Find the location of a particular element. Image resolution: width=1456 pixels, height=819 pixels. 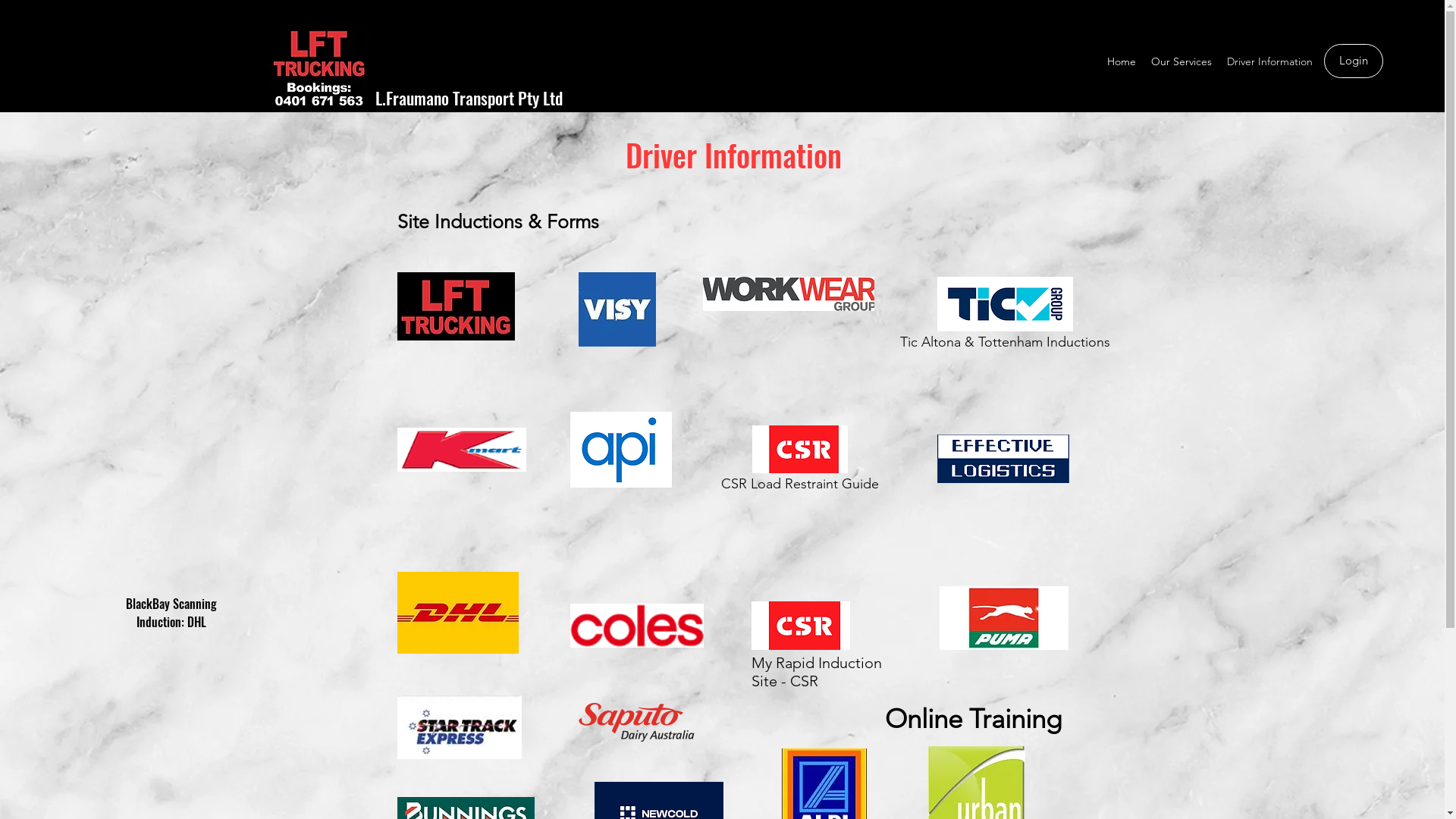

'CSR Load Restraint Guide' is located at coordinates (799, 462).